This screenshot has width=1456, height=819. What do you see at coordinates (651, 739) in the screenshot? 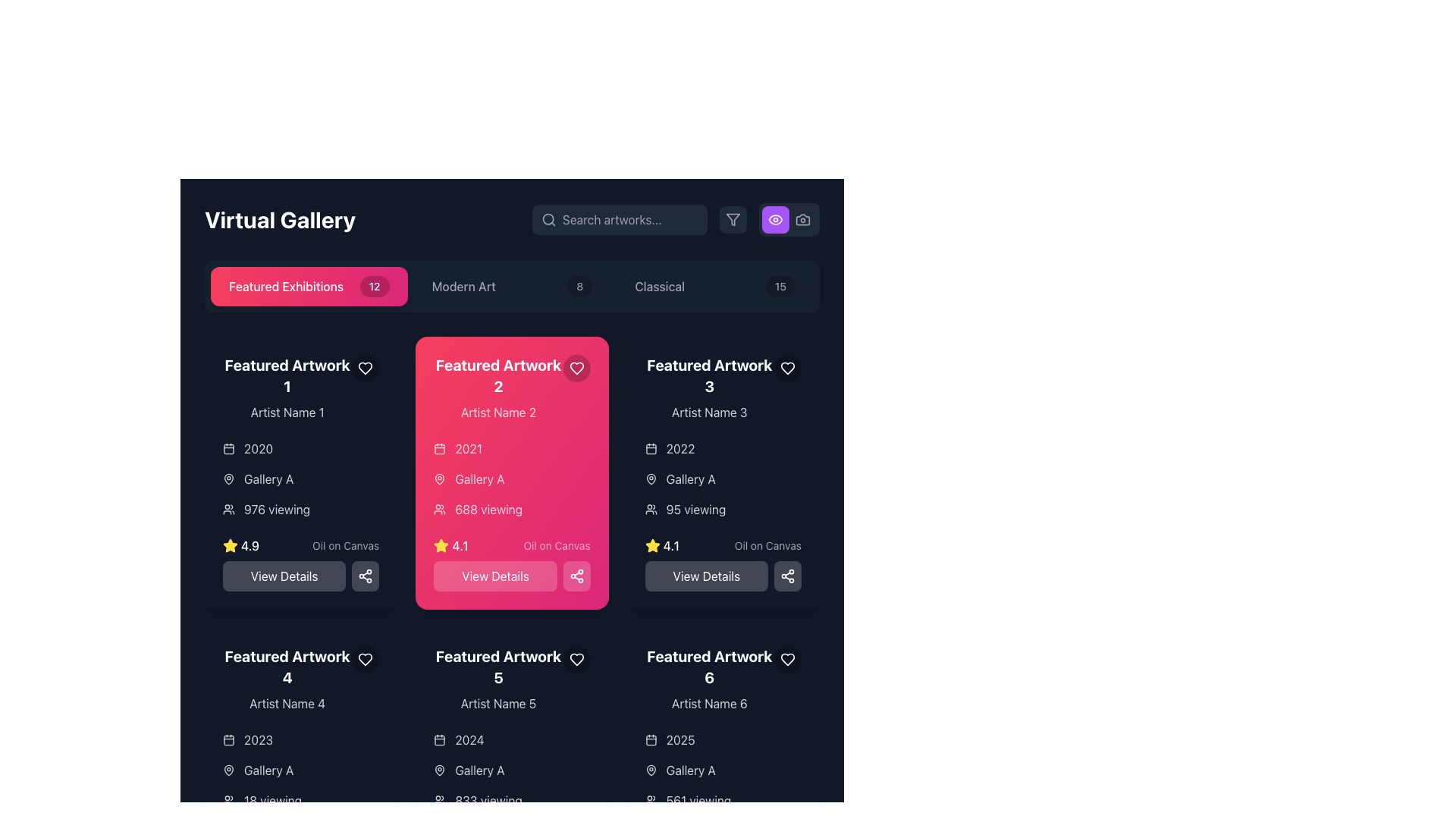
I see `the small white calendar icon located to the left of the label showing the year '2025' in the sixth column of the grid layout under 'Featured Artwork 6'` at bounding box center [651, 739].